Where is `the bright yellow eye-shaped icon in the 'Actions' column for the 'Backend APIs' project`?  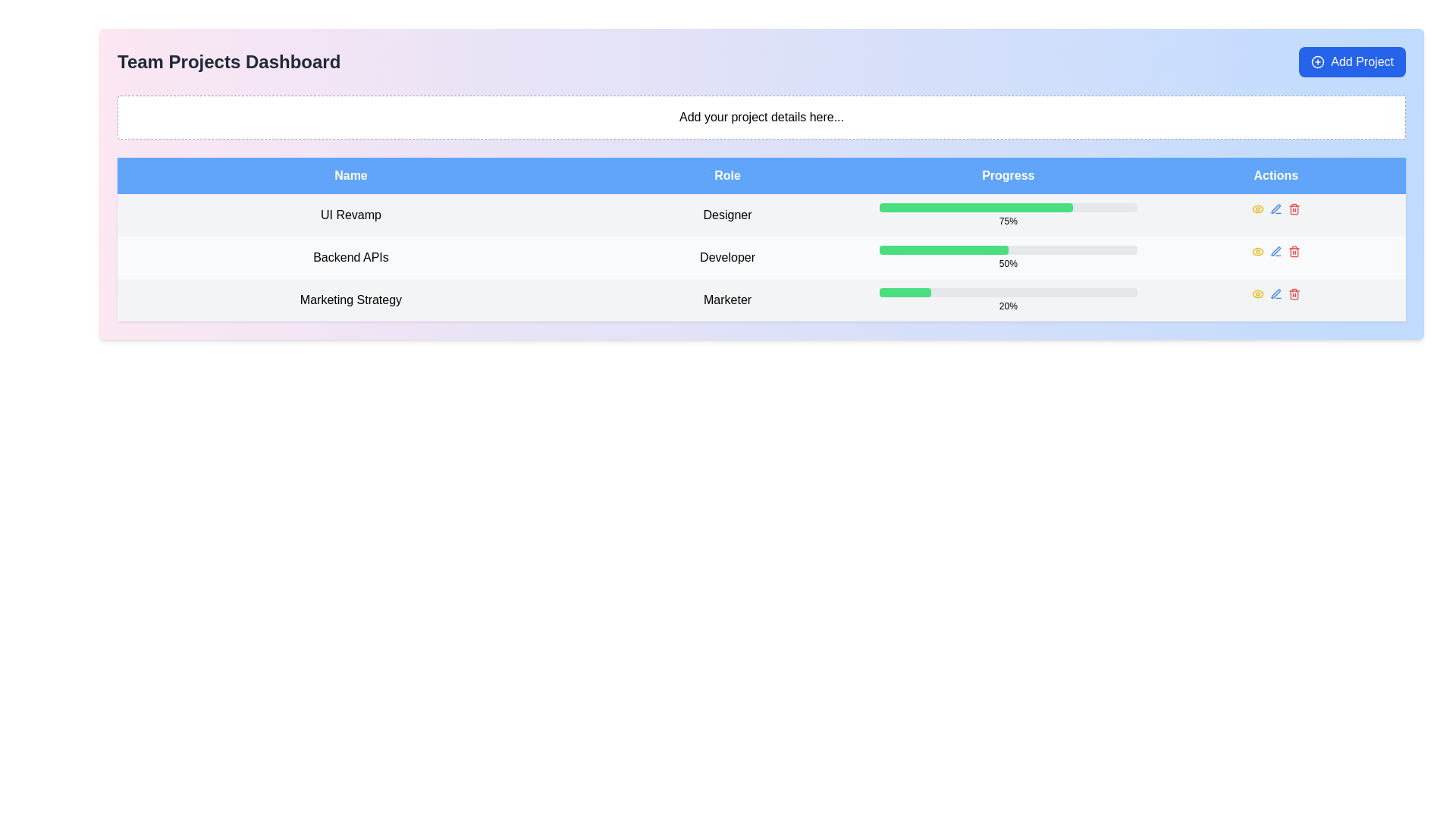
the bright yellow eye-shaped icon in the 'Actions' column for the 'Backend APIs' project is located at coordinates (1257, 294).